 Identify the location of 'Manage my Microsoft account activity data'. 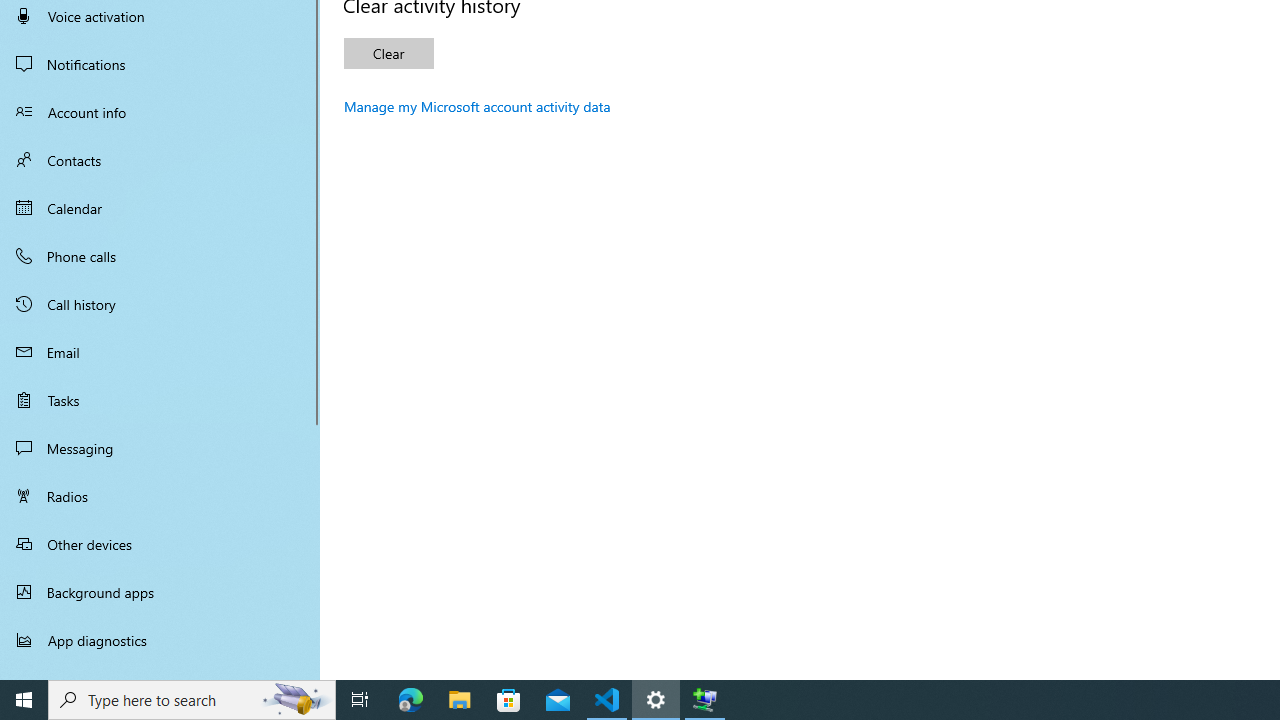
(476, 106).